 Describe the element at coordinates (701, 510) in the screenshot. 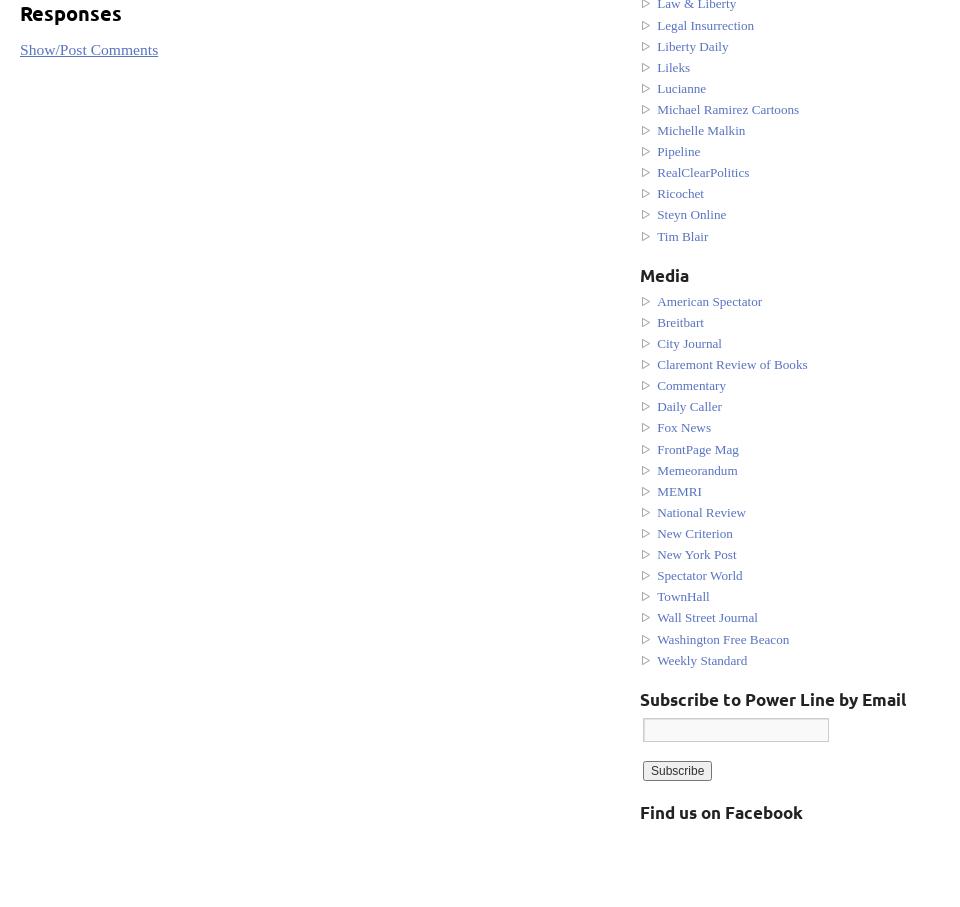

I see `'National Review'` at that location.